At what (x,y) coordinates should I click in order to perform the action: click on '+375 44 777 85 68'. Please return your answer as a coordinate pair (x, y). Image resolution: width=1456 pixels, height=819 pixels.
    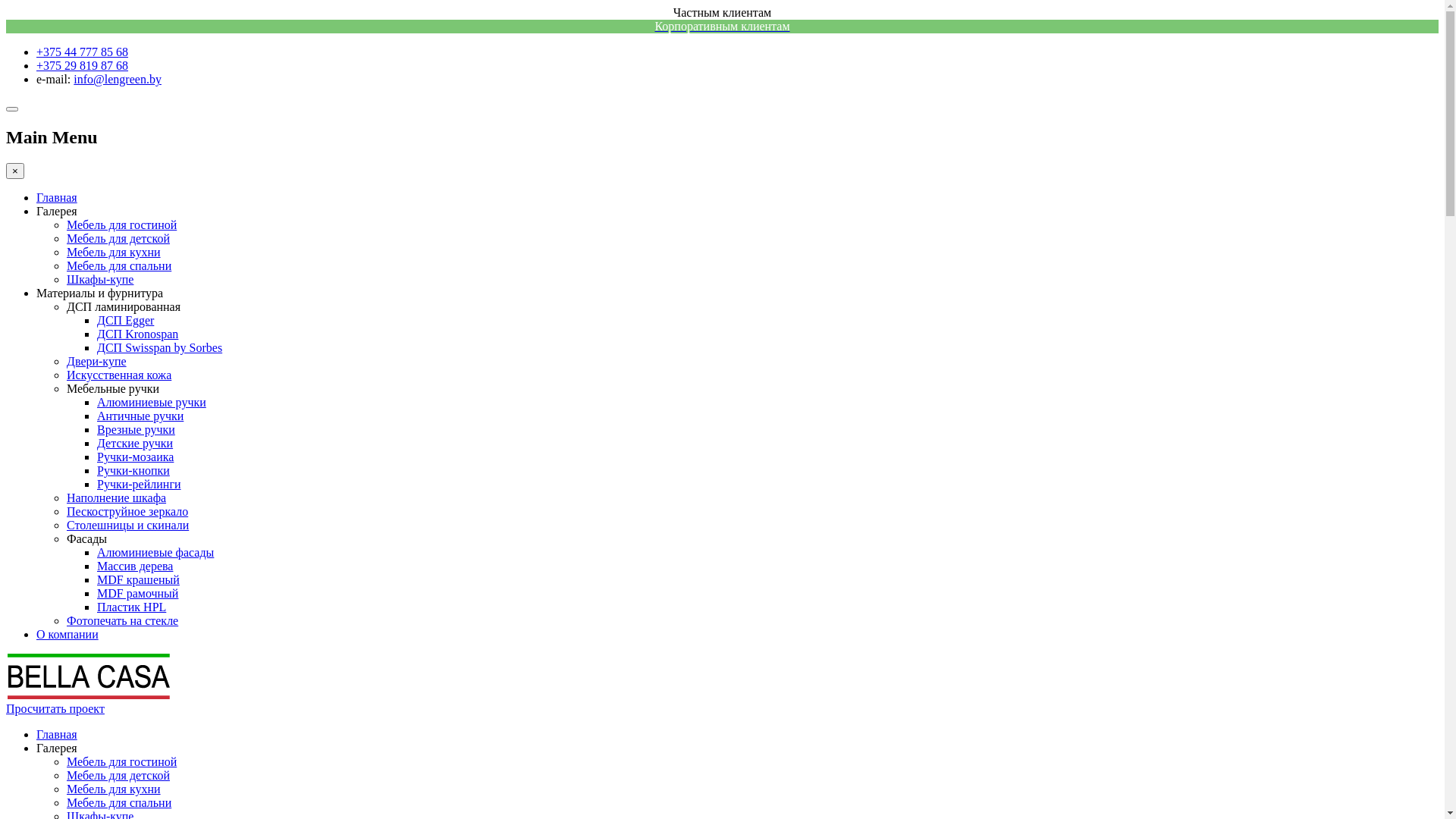
    Looking at the image, I should click on (81, 51).